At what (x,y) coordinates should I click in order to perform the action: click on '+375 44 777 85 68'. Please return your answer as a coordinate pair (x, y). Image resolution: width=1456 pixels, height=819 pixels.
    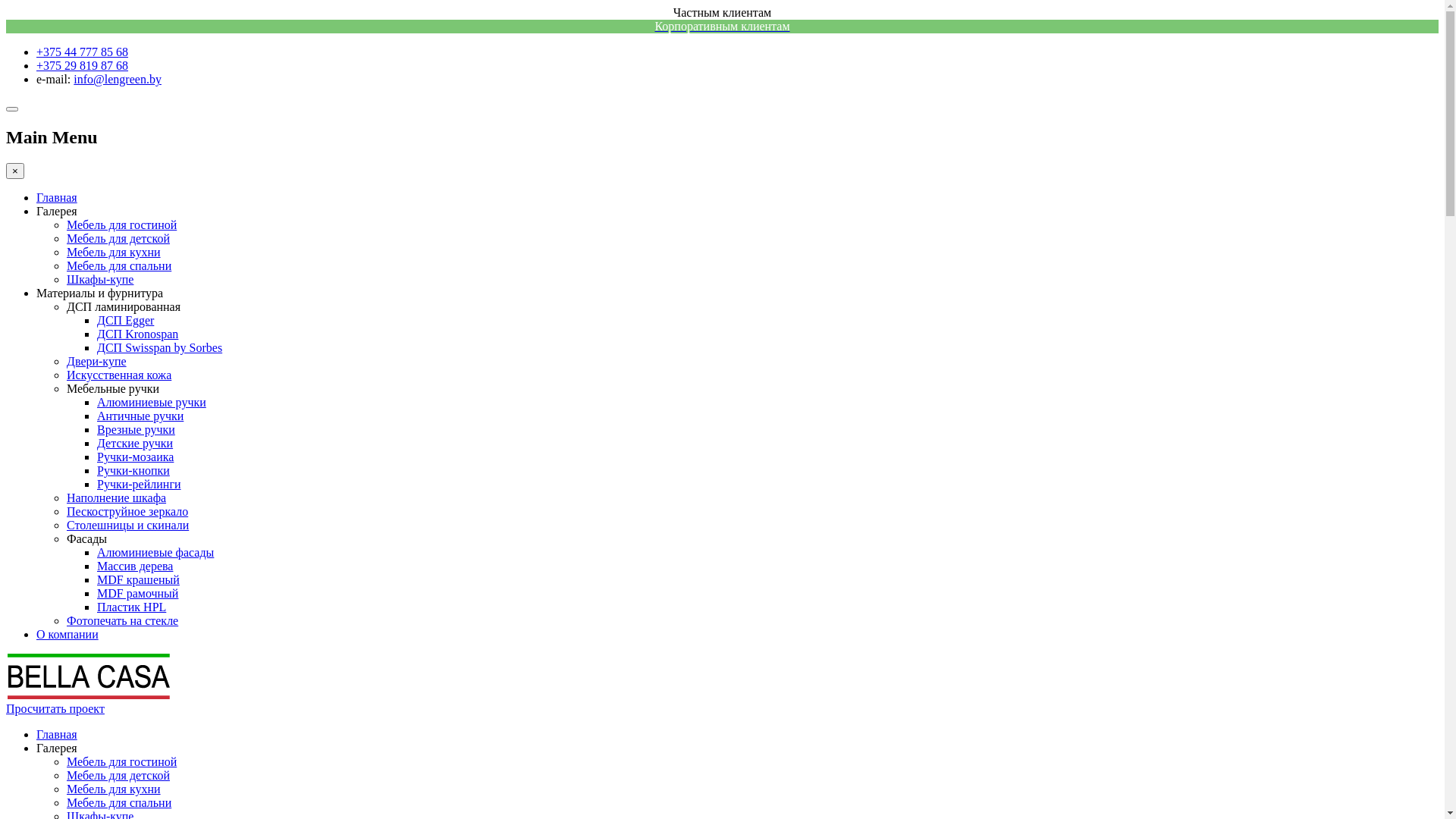
    Looking at the image, I should click on (81, 51).